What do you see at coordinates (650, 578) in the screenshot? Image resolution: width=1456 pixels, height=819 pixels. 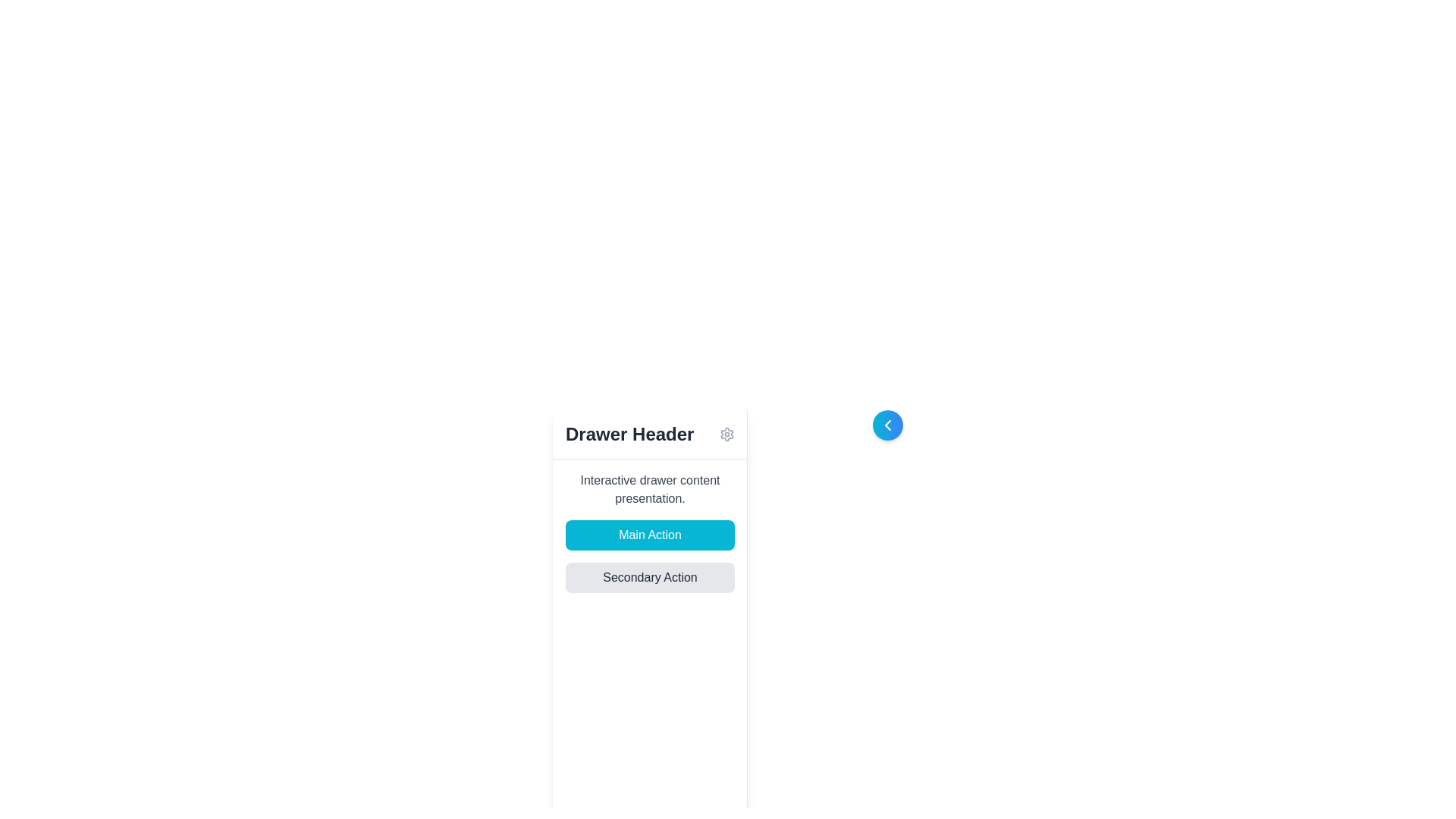 I see `the 'Secondary Action' button, which is the second button in the drawer` at bounding box center [650, 578].